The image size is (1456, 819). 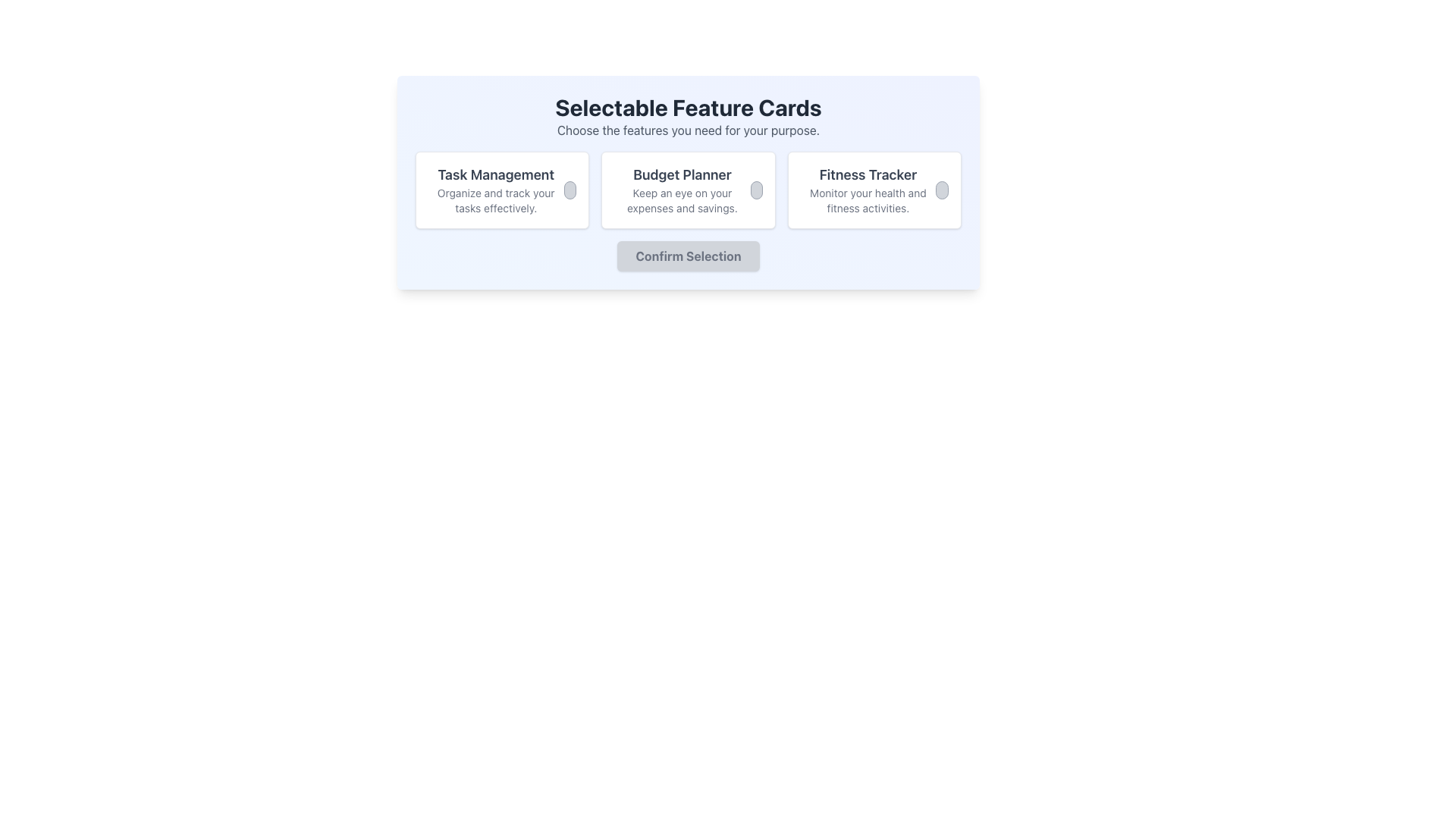 I want to click on the text label that reads 'Fitness Tracker' which is styled in a large bold font and is positioned at the top of the rightmost card in the 'Selectable Feature Cards' section, so click(x=868, y=174).